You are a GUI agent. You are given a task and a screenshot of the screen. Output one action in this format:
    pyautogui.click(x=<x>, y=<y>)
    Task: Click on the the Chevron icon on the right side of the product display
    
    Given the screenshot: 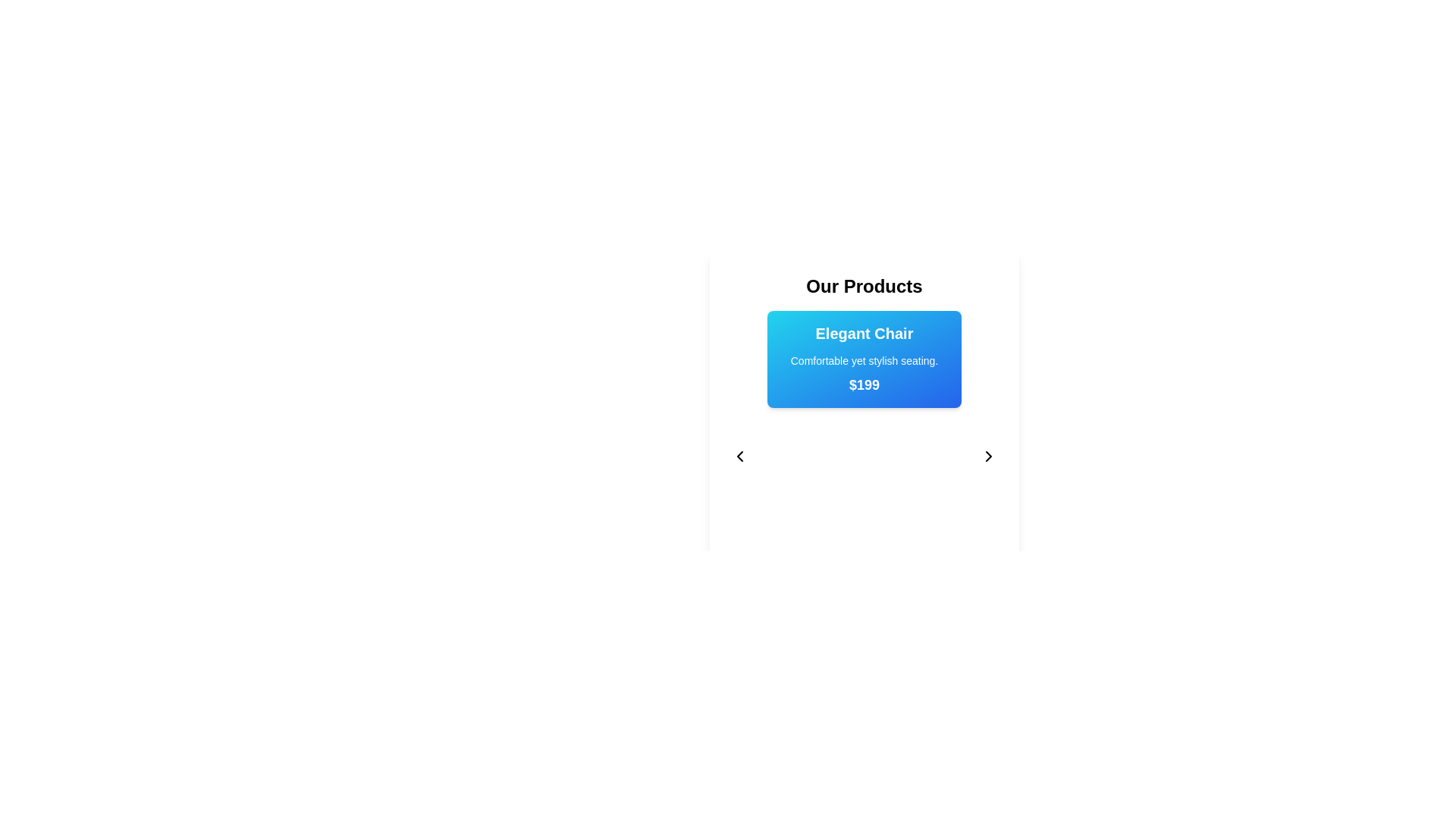 What is the action you would take?
    pyautogui.click(x=989, y=455)
    